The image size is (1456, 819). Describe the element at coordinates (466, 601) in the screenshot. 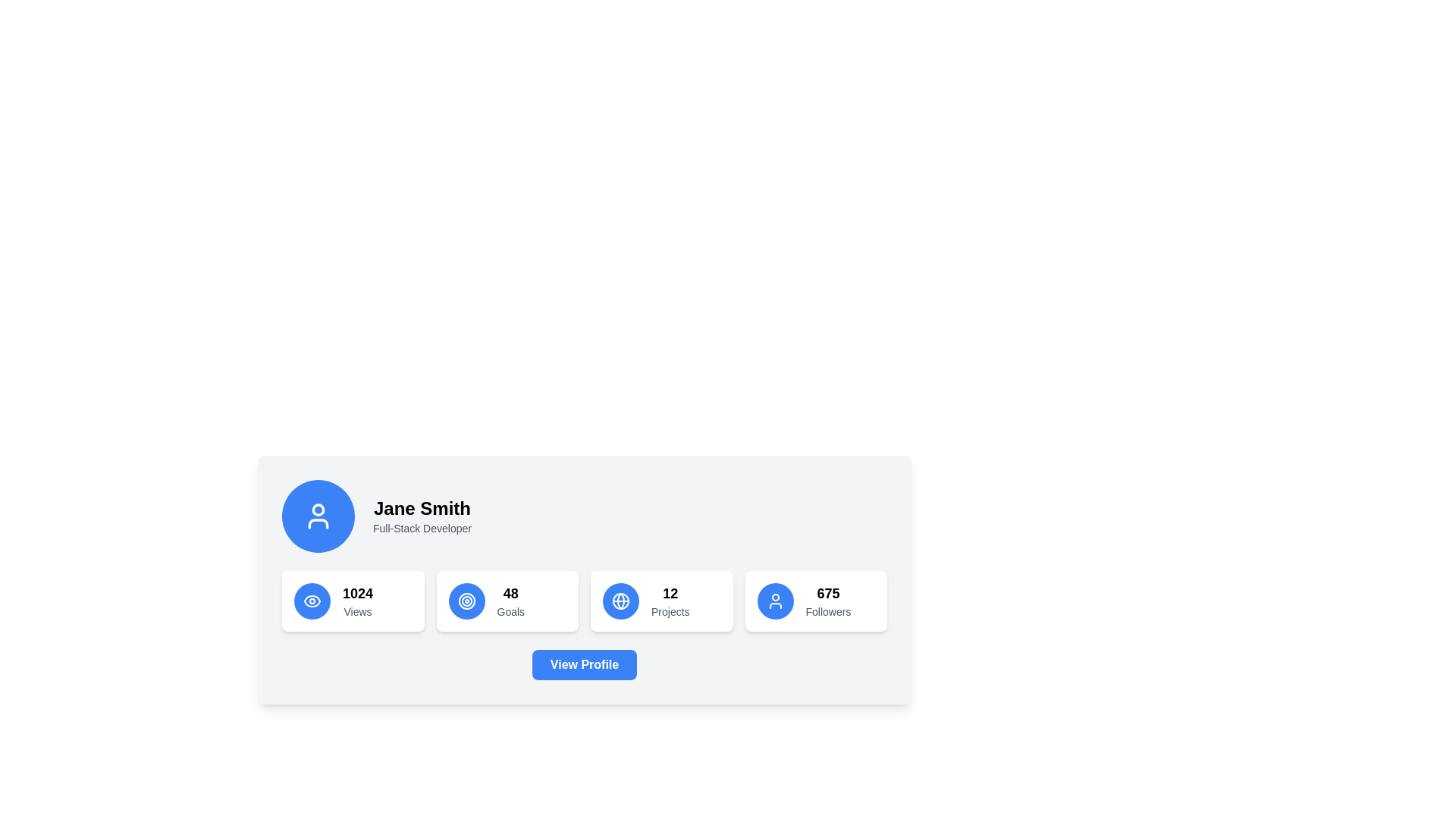

I see `outermost boundary circle of the target icon located in the second column of the statistics row of the user card, situated between the 'Views' and 'Projects' icons` at that location.